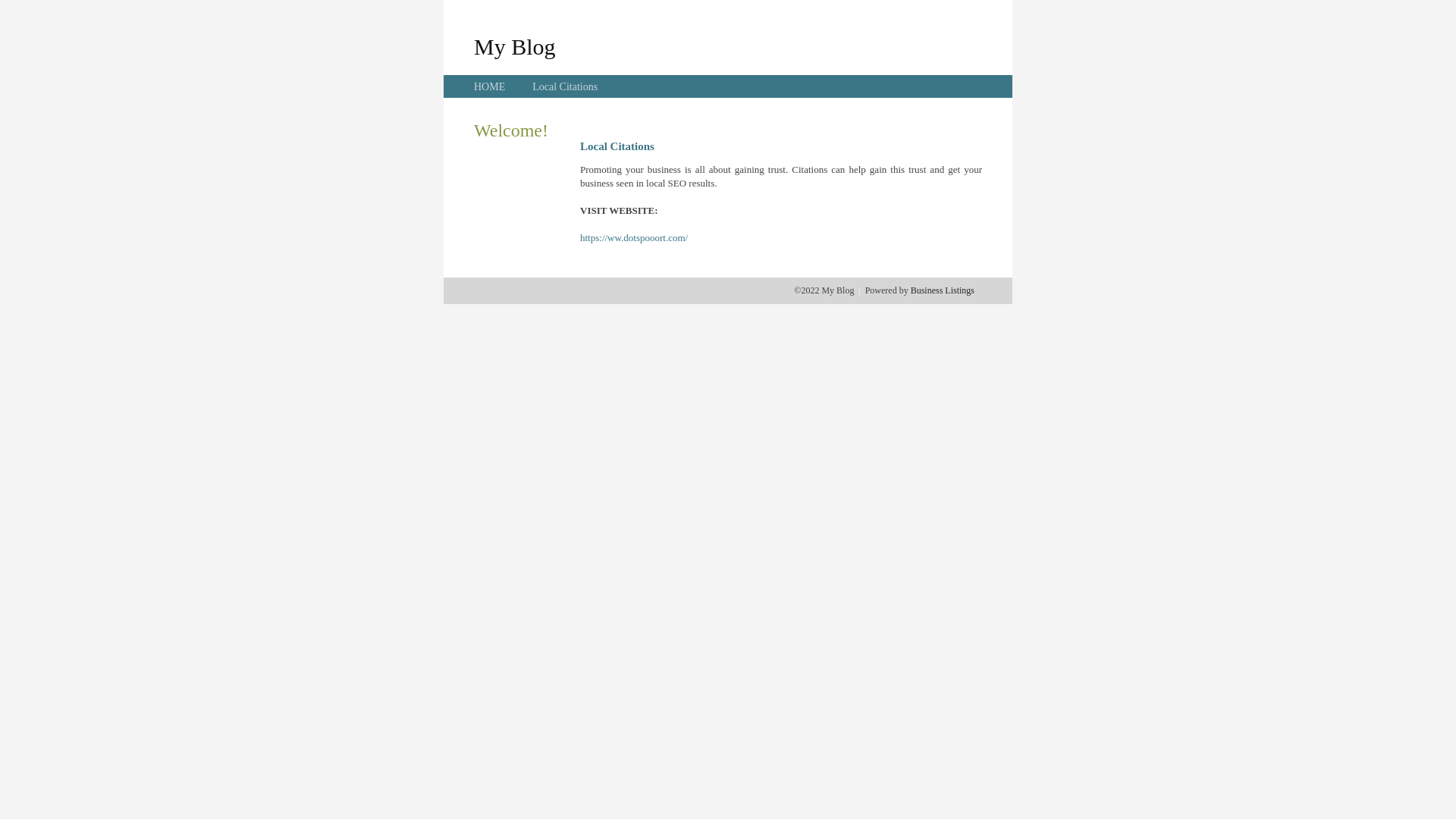 The image size is (1456, 819). I want to click on 'Local Citations', so click(532, 86).